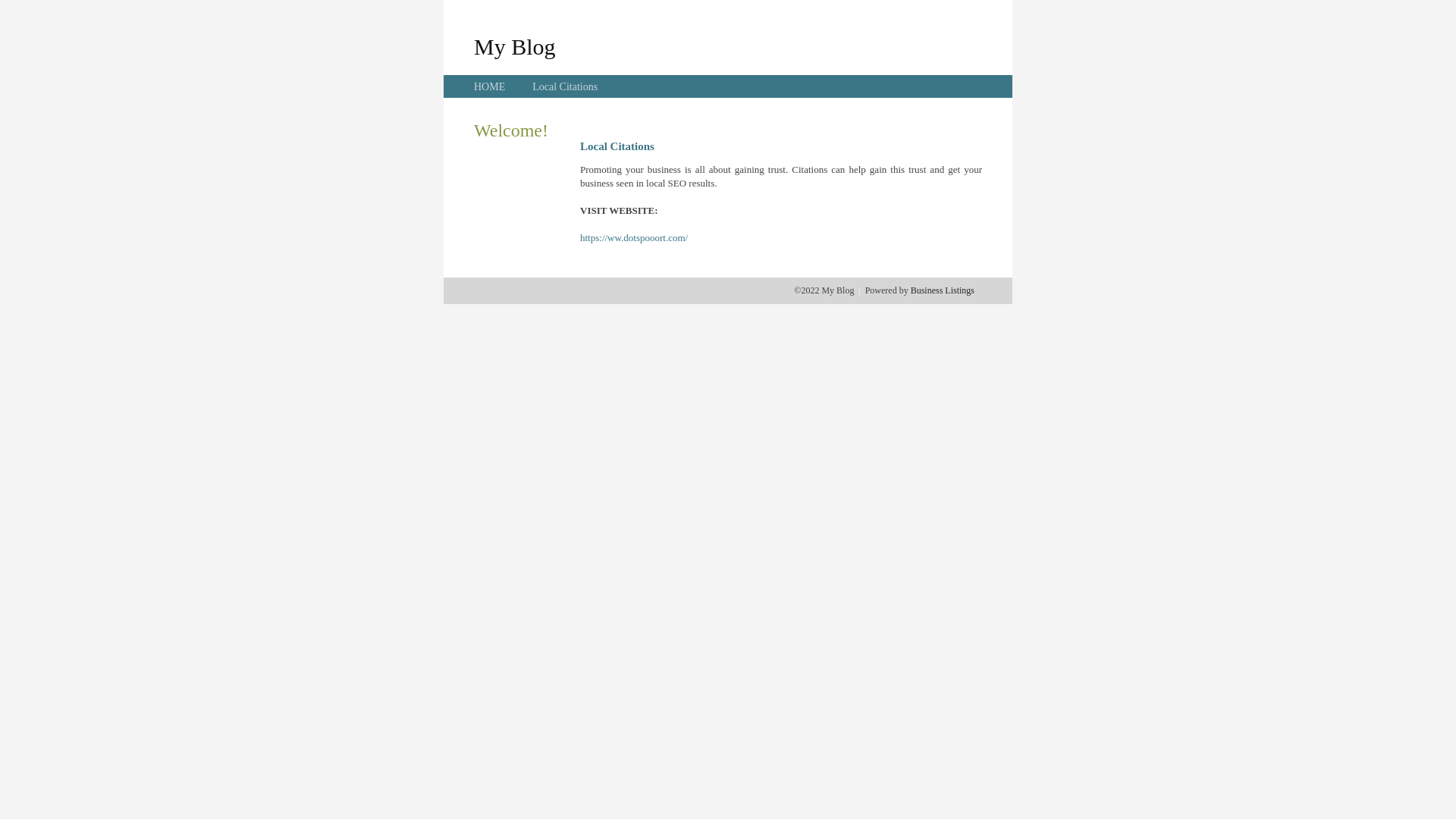 The image size is (1456, 819). I want to click on 'Local Citations', so click(532, 86).